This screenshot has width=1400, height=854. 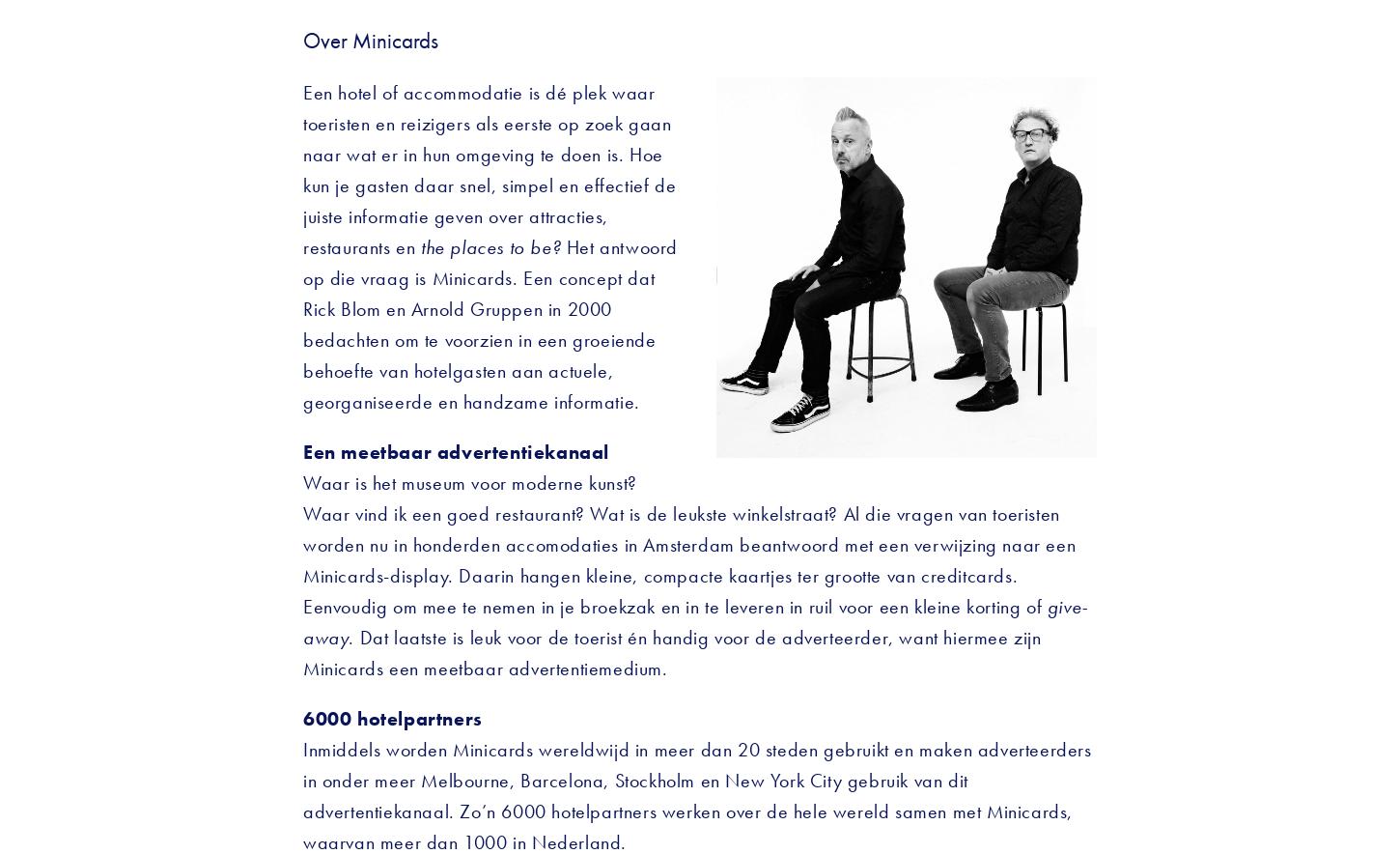 I want to click on 'advertentiekanaal', so click(x=522, y=451).